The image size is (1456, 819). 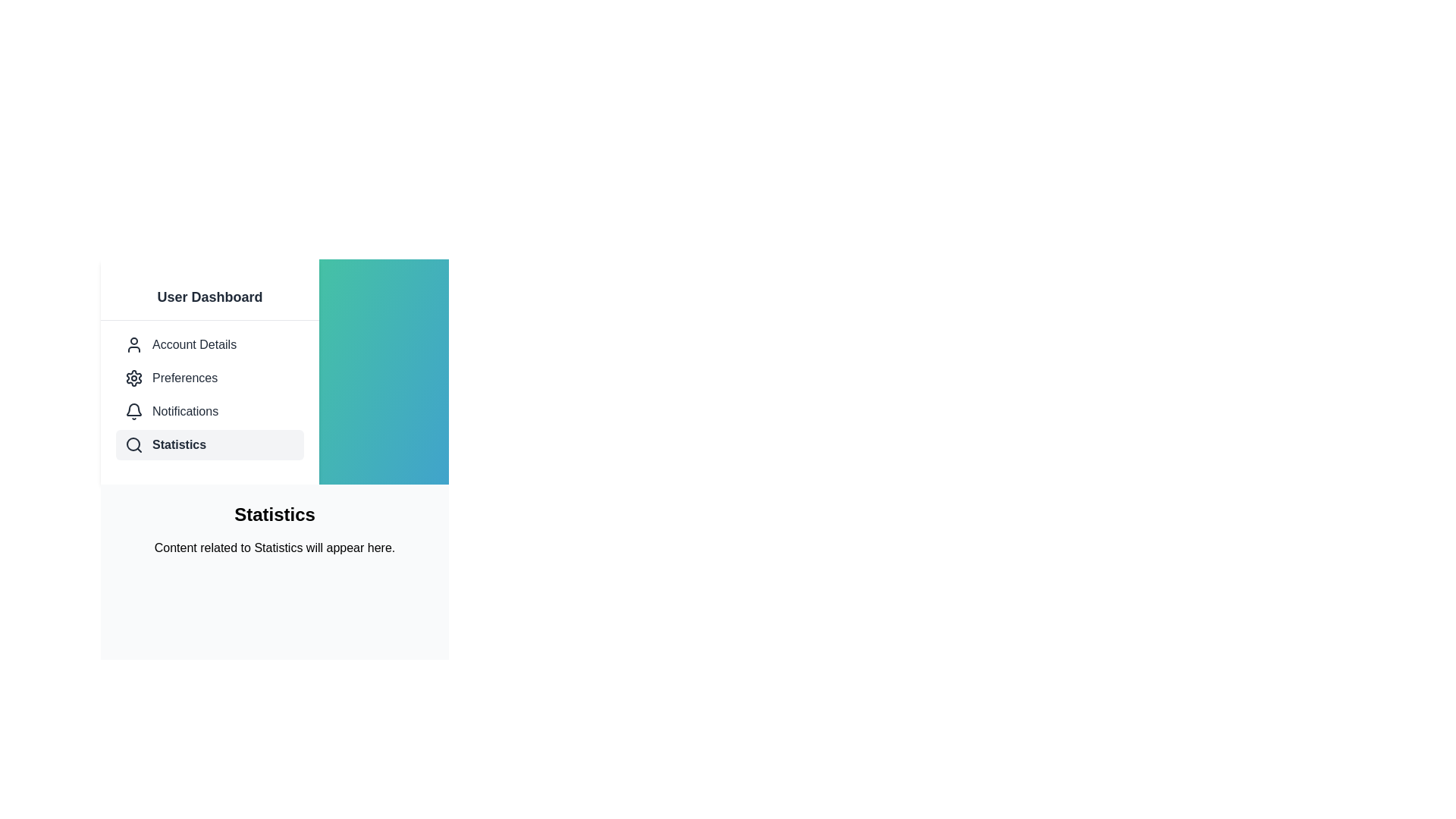 What do you see at coordinates (193, 345) in the screenshot?
I see `the Static Text Label that provides access to the Account Details section, located below the 'User Dashboard' header and above the 'Preferences' menu item in the vertical menu` at bounding box center [193, 345].